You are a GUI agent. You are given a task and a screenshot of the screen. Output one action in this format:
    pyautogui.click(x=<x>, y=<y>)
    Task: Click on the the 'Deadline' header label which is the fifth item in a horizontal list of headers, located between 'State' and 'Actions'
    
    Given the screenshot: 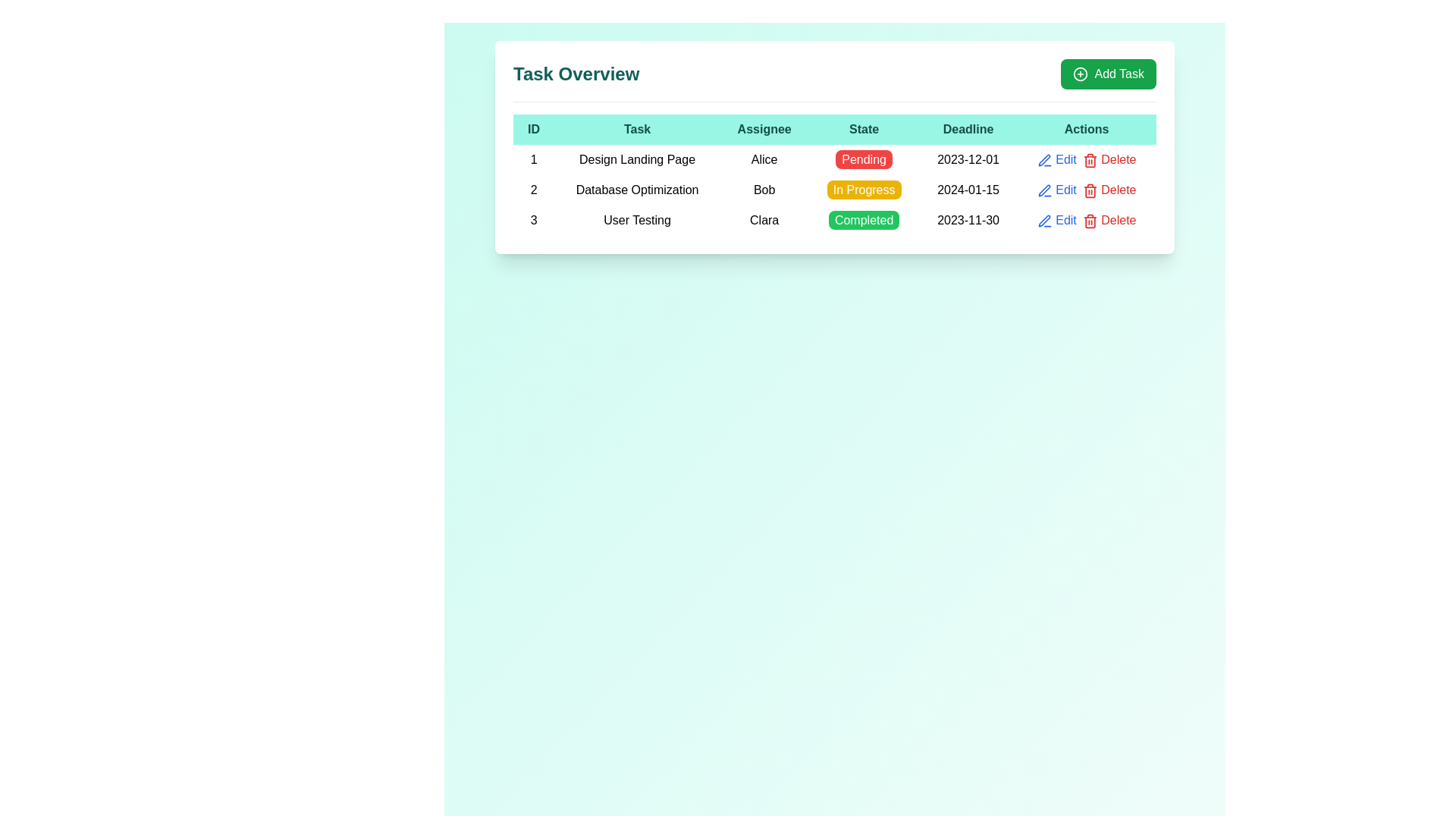 What is the action you would take?
    pyautogui.click(x=967, y=128)
    